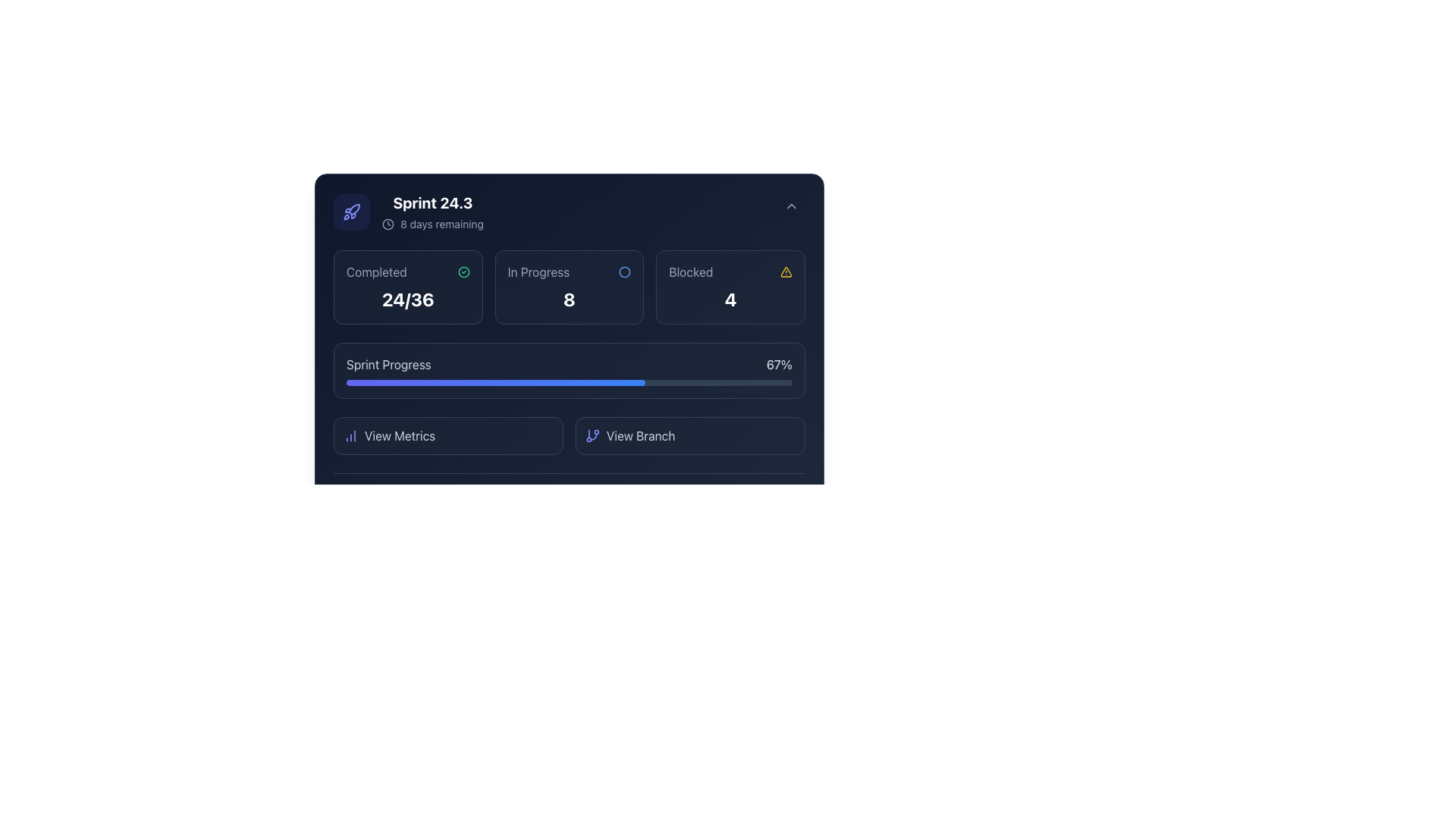 This screenshot has height=819, width=1456. What do you see at coordinates (568, 299) in the screenshot?
I see `numeric status count displayed in the 'In Progress' text label, which indicates the number of items currently in progress` at bounding box center [568, 299].